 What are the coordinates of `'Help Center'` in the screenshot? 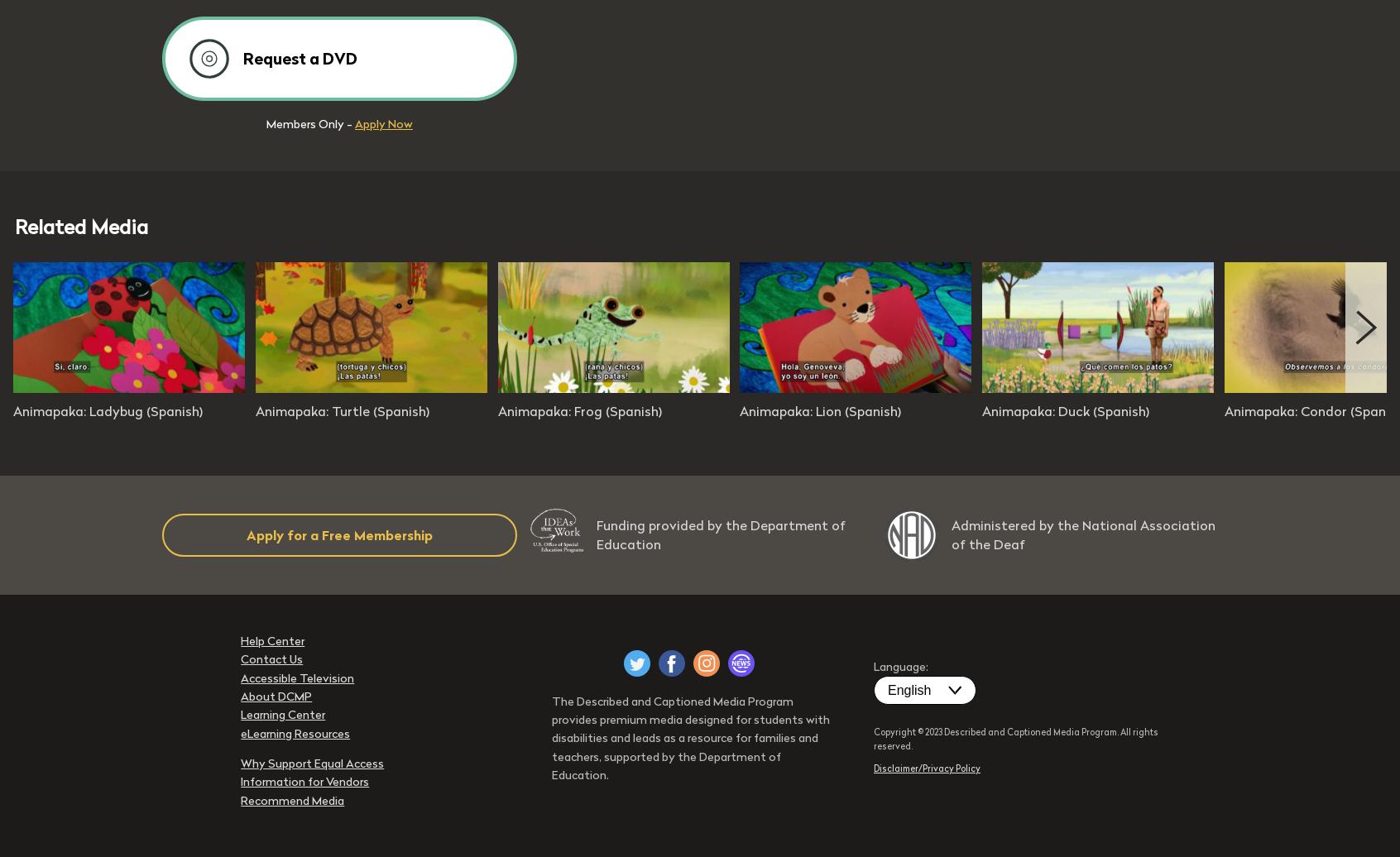 It's located at (271, 639).